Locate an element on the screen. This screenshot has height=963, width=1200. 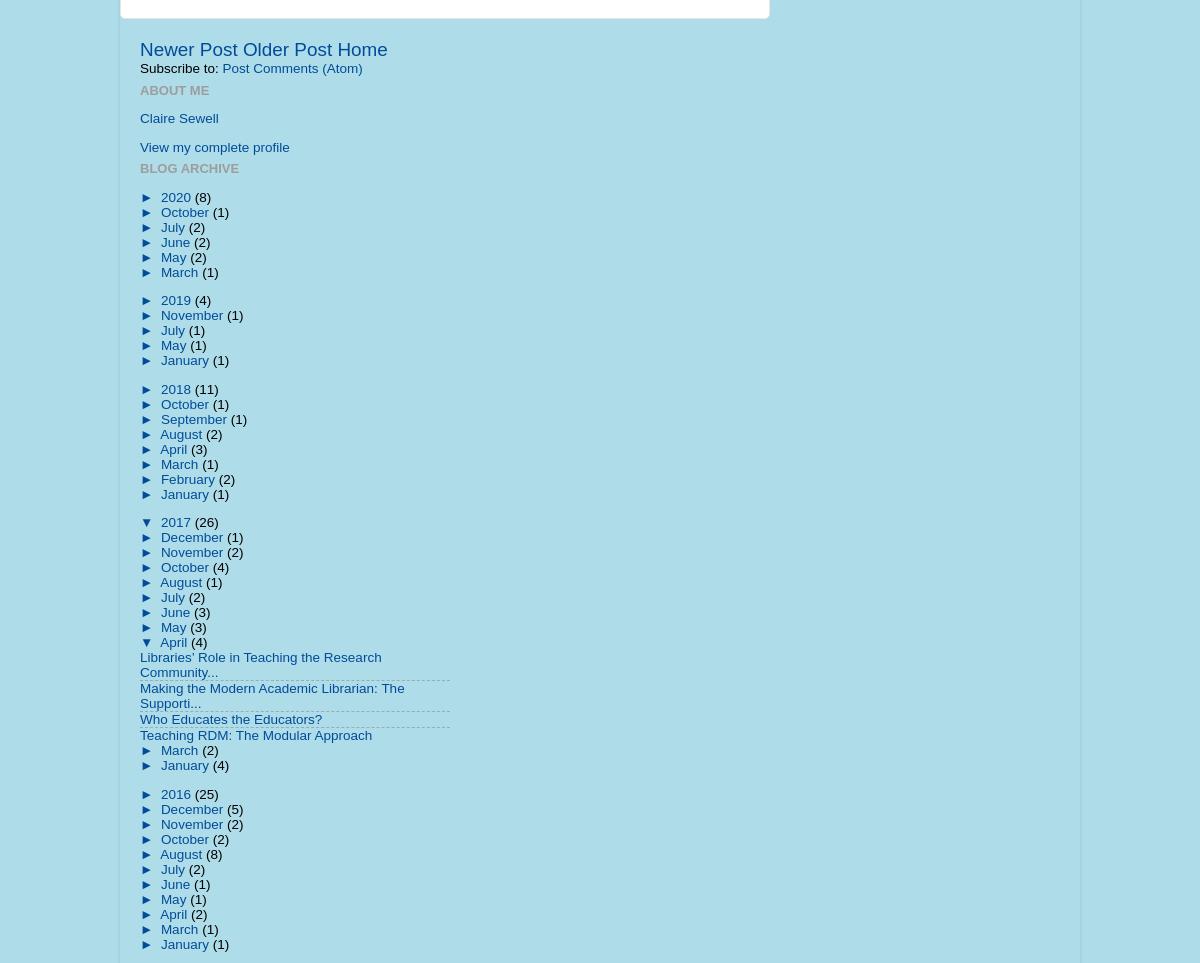
'2020' is located at coordinates (176, 195).